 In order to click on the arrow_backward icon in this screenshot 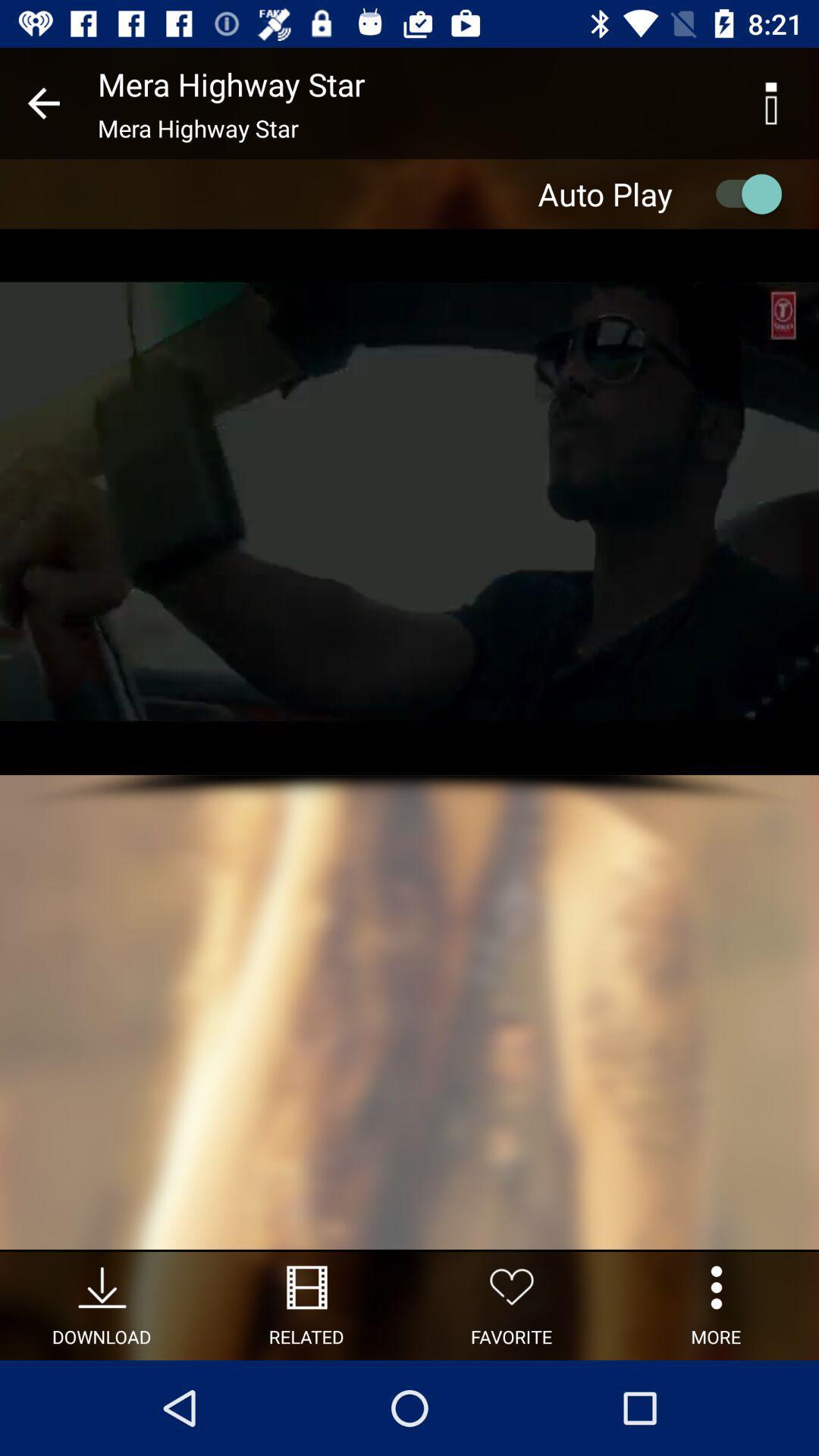, I will do `click(42, 102)`.